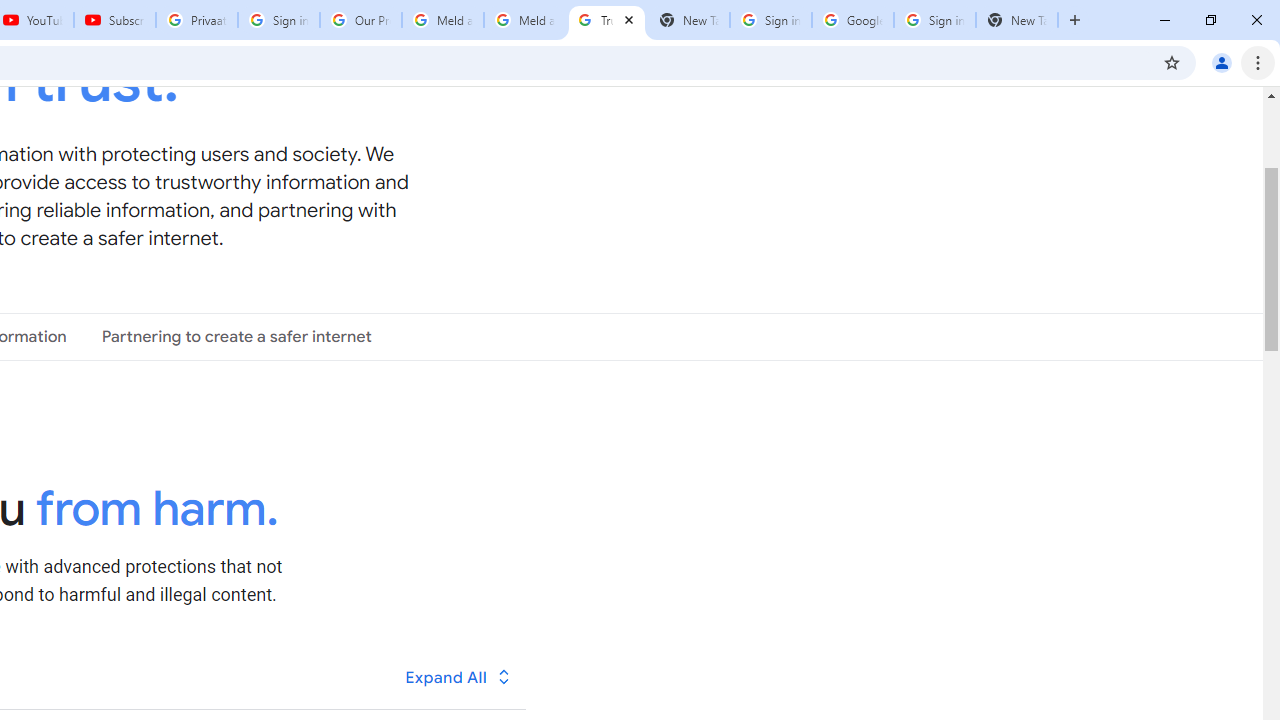  What do you see at coordinates (934, 20) in the screenshot?
I see `'Sign in - Google Accounts'` at bounding box center [934, 20].